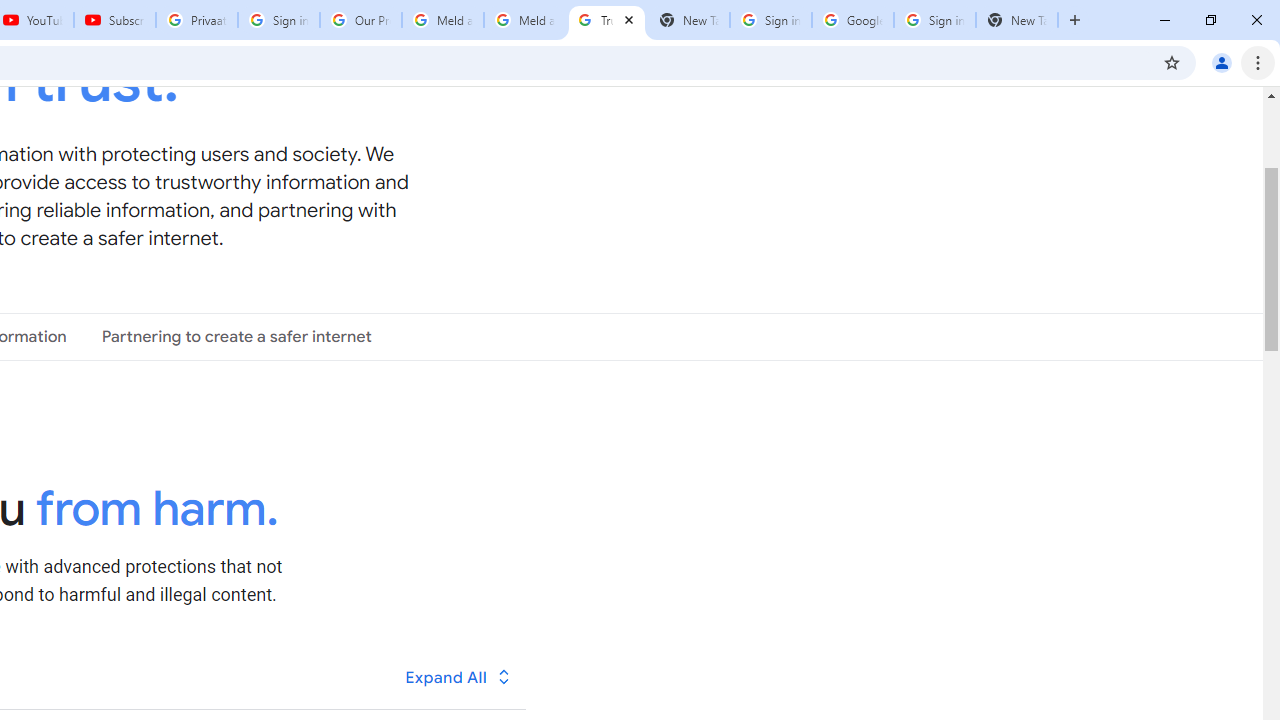  What do you see at coordinates (934, 20) in the screenshot?
I see `'Sign in - Google Accounts'` at bounding box center [934, 20].